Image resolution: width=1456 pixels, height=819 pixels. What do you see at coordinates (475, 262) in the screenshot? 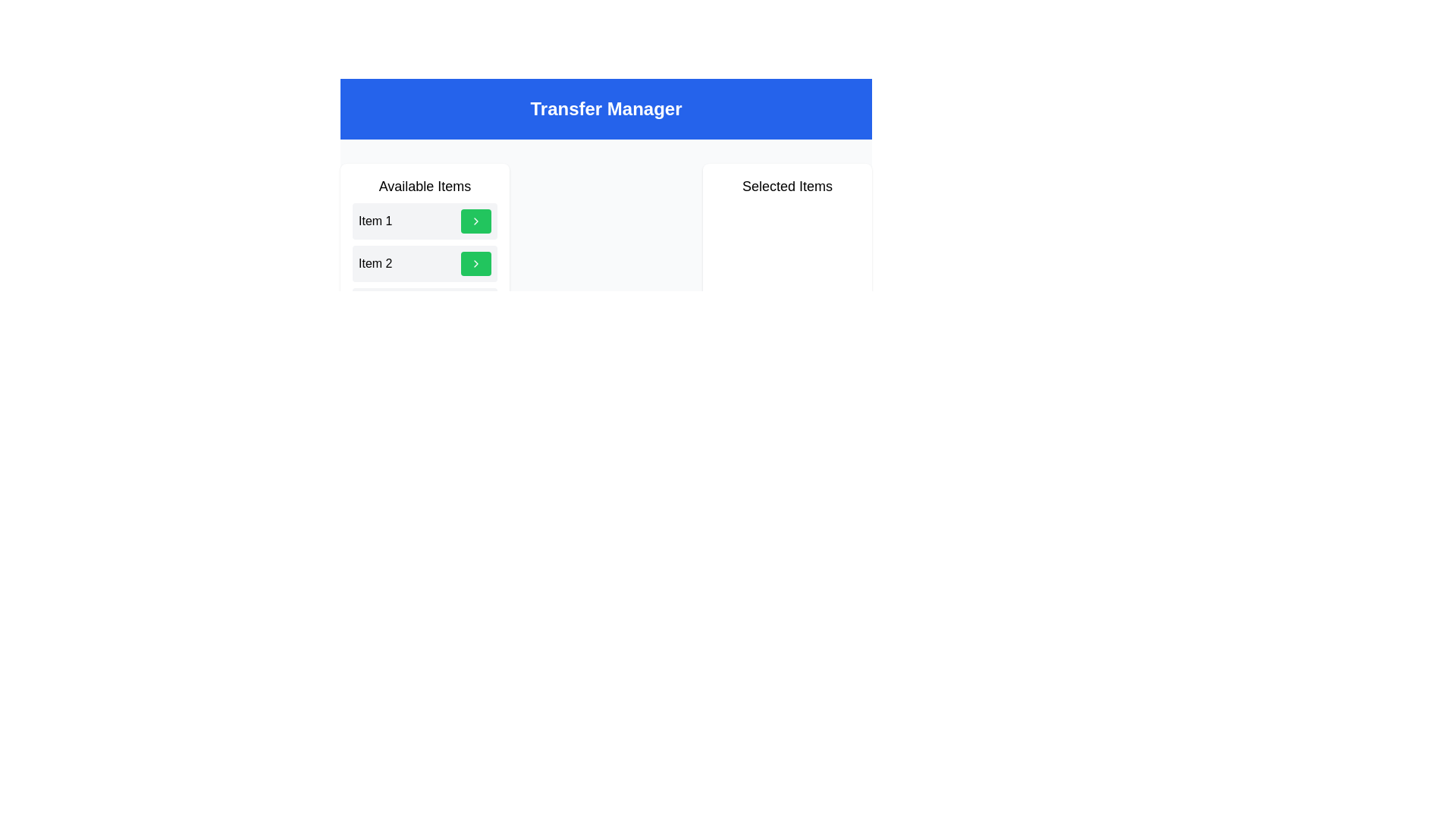
I see `the interactive button located in the 'Available Items' section, associated with 'Item 2', to potentially reveal additional information or styling changes` at bounding box center [475, 262].